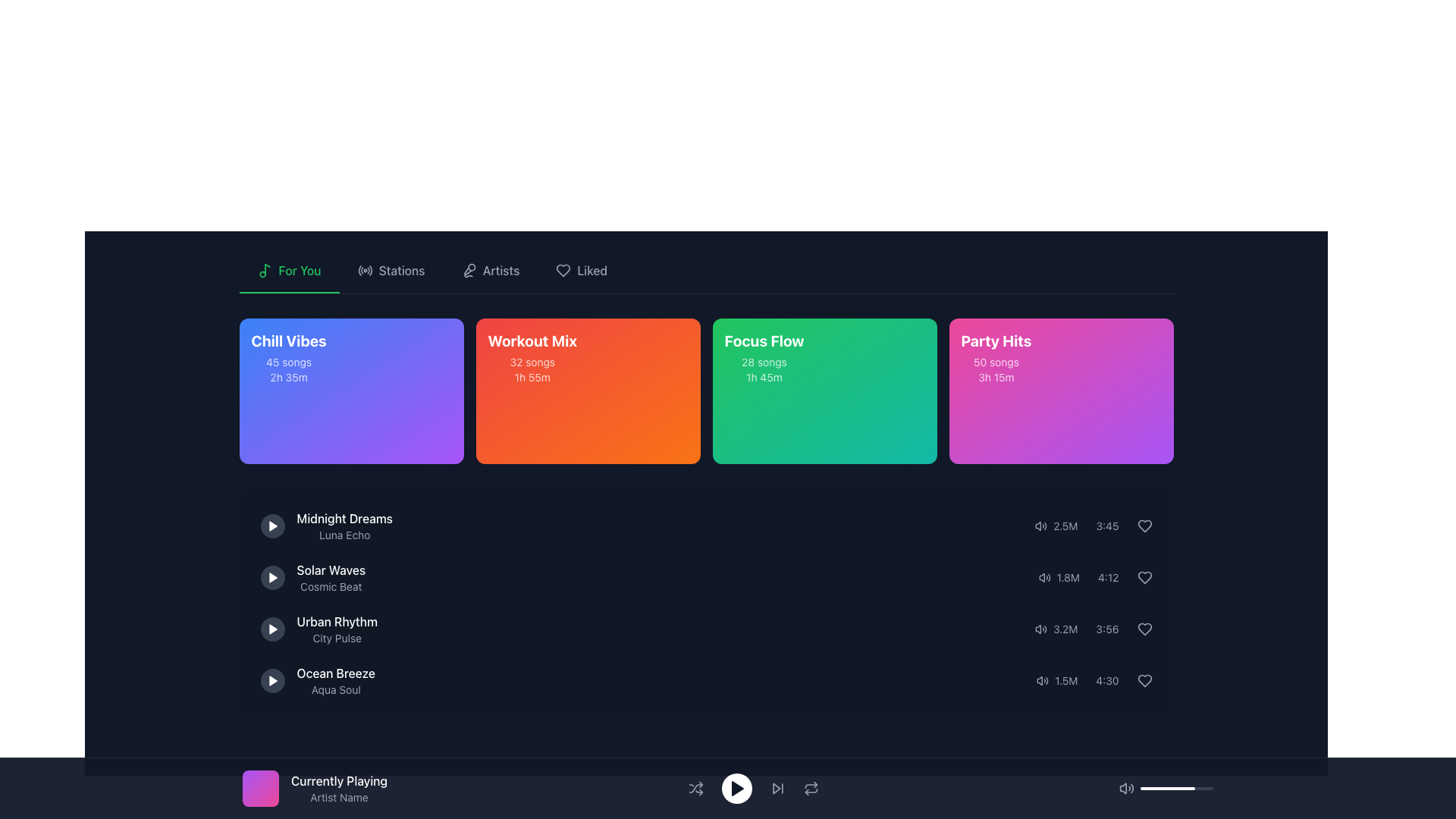 The width and height of the screenshot is (1456, 819). I want to click on the text display for metadata element showing '1.8M' and '4:12', located near the bottom right corner of the playlist item 'Solar Waves', so click(1095, 578).